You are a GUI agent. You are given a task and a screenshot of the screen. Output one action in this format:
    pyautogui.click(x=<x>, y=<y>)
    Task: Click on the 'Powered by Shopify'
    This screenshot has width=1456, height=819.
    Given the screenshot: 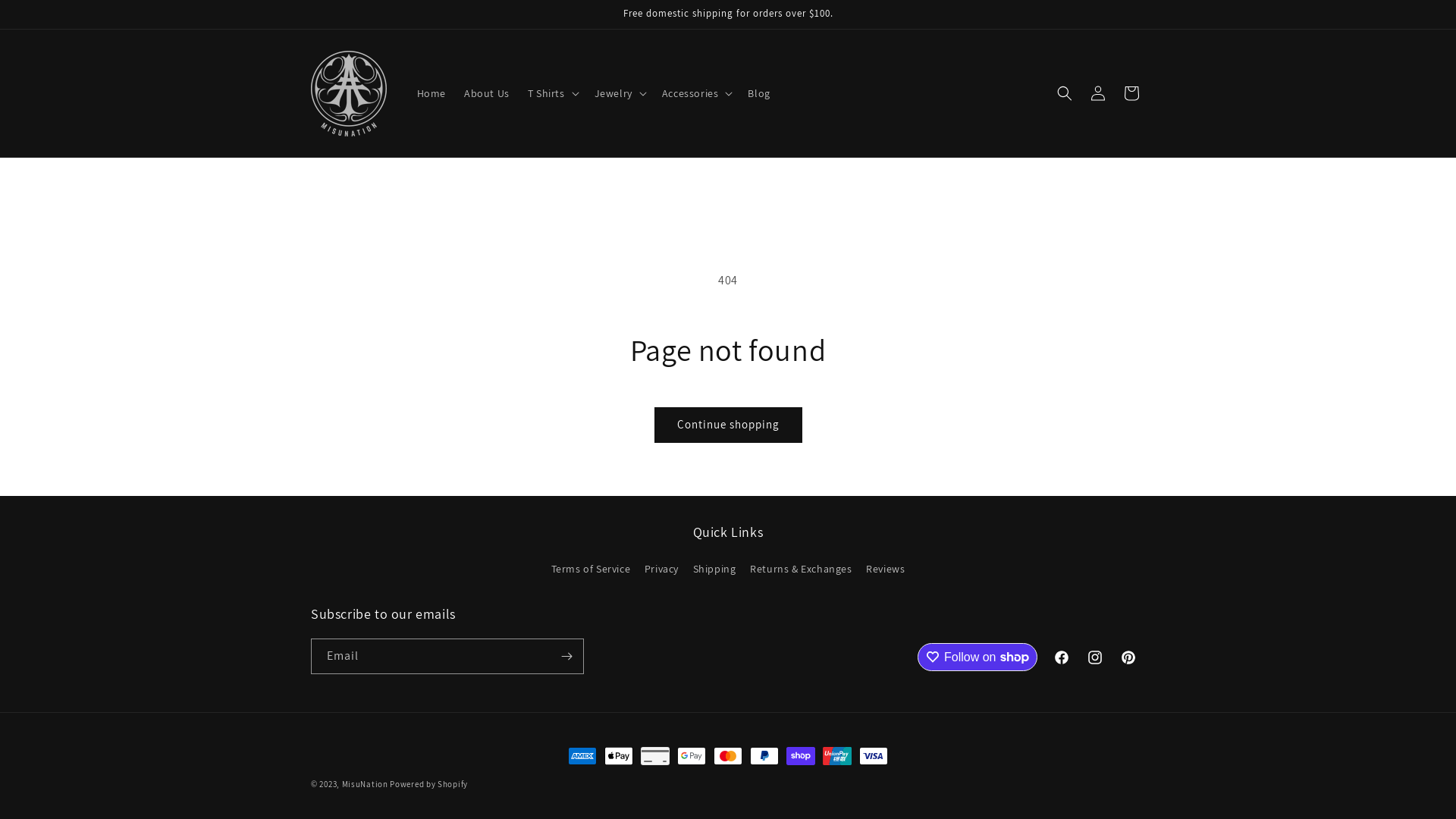 What is the action you would take?
    pyautogui.click(x=428, y=783)
    